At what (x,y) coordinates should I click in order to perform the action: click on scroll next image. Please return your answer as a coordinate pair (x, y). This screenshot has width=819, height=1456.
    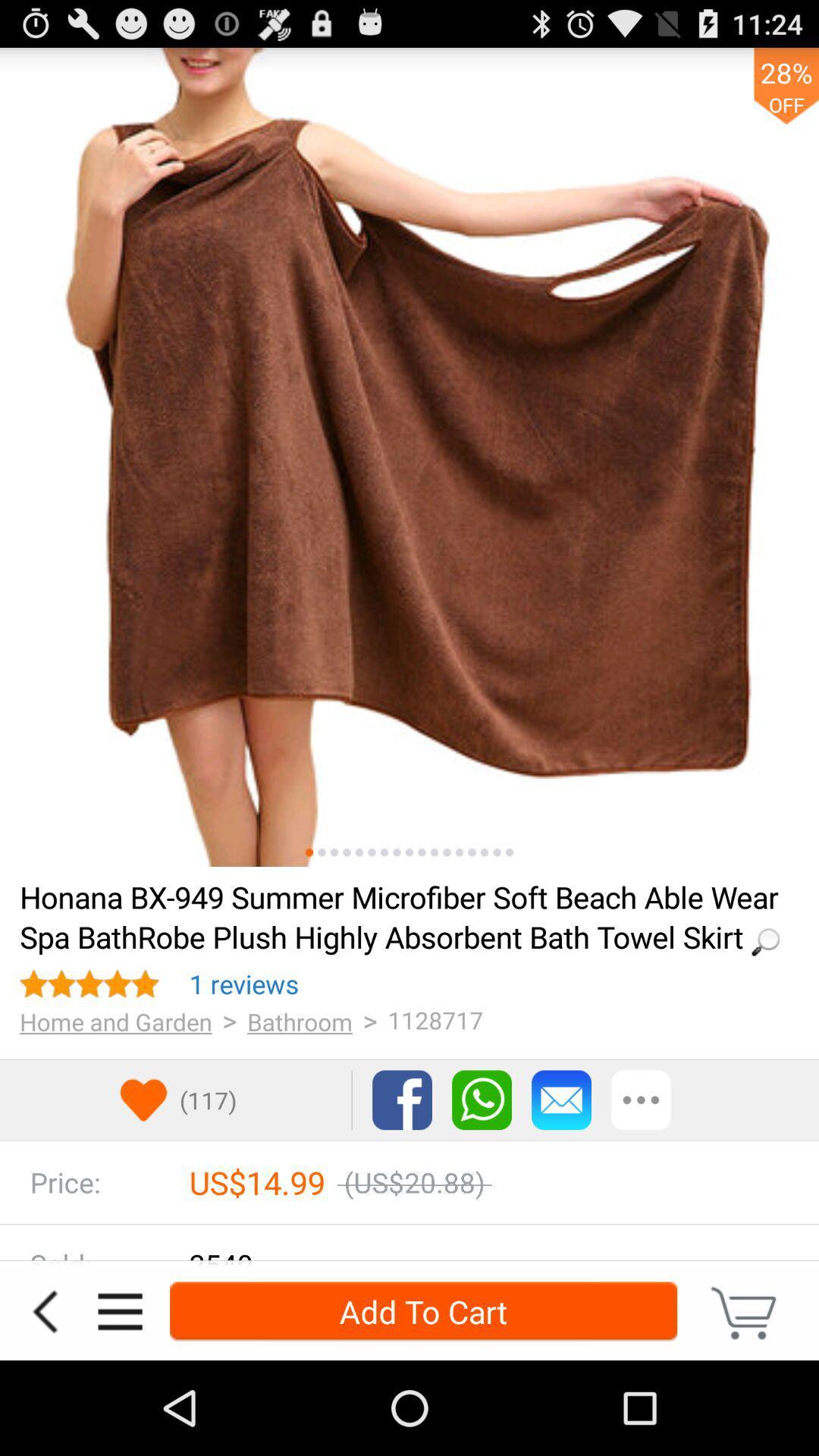
    Looking at the image, I should click on (446, 852).